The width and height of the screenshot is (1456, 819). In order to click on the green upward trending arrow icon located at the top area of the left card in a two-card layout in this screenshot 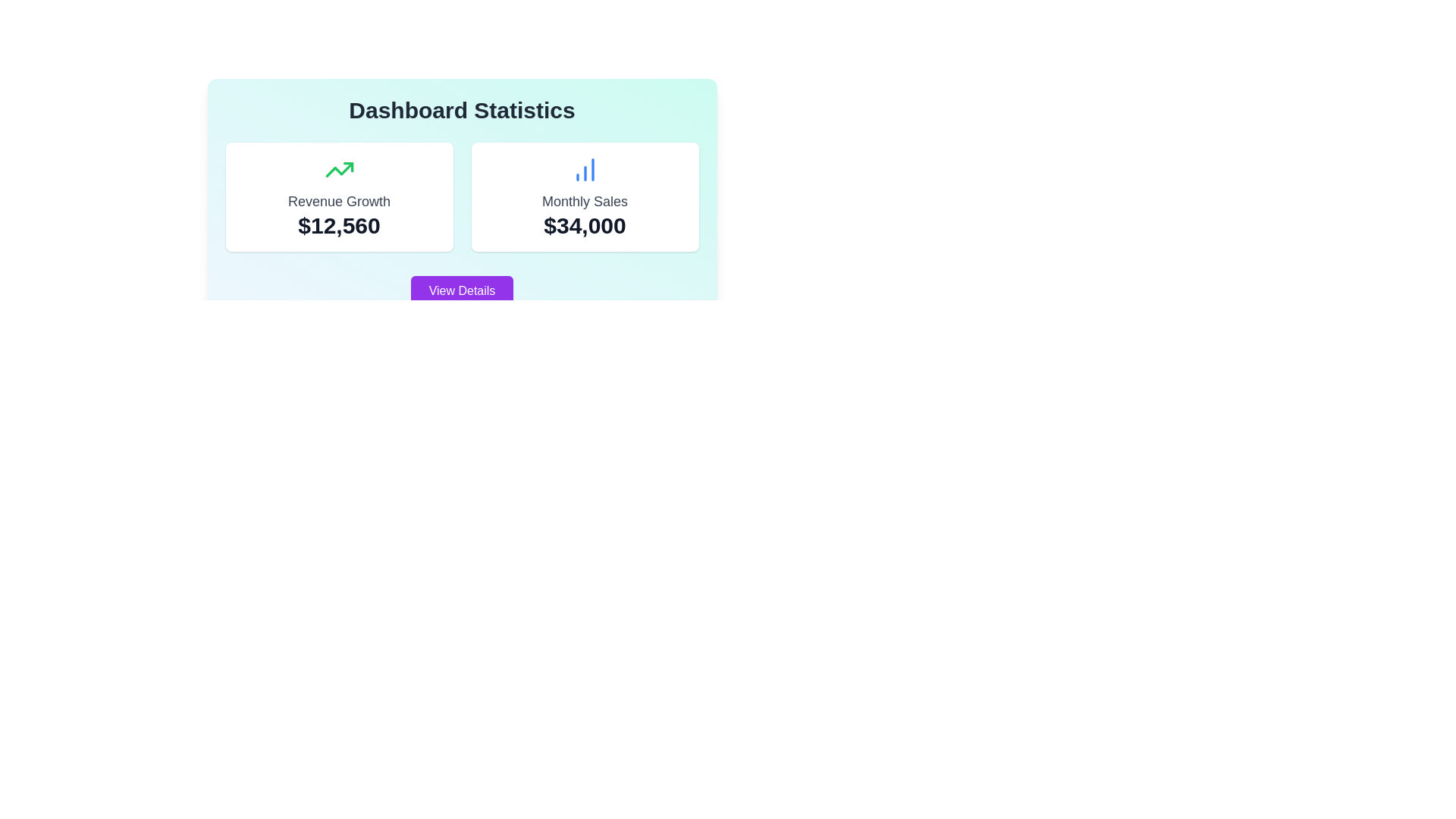, I will do `click(338, 169)`.